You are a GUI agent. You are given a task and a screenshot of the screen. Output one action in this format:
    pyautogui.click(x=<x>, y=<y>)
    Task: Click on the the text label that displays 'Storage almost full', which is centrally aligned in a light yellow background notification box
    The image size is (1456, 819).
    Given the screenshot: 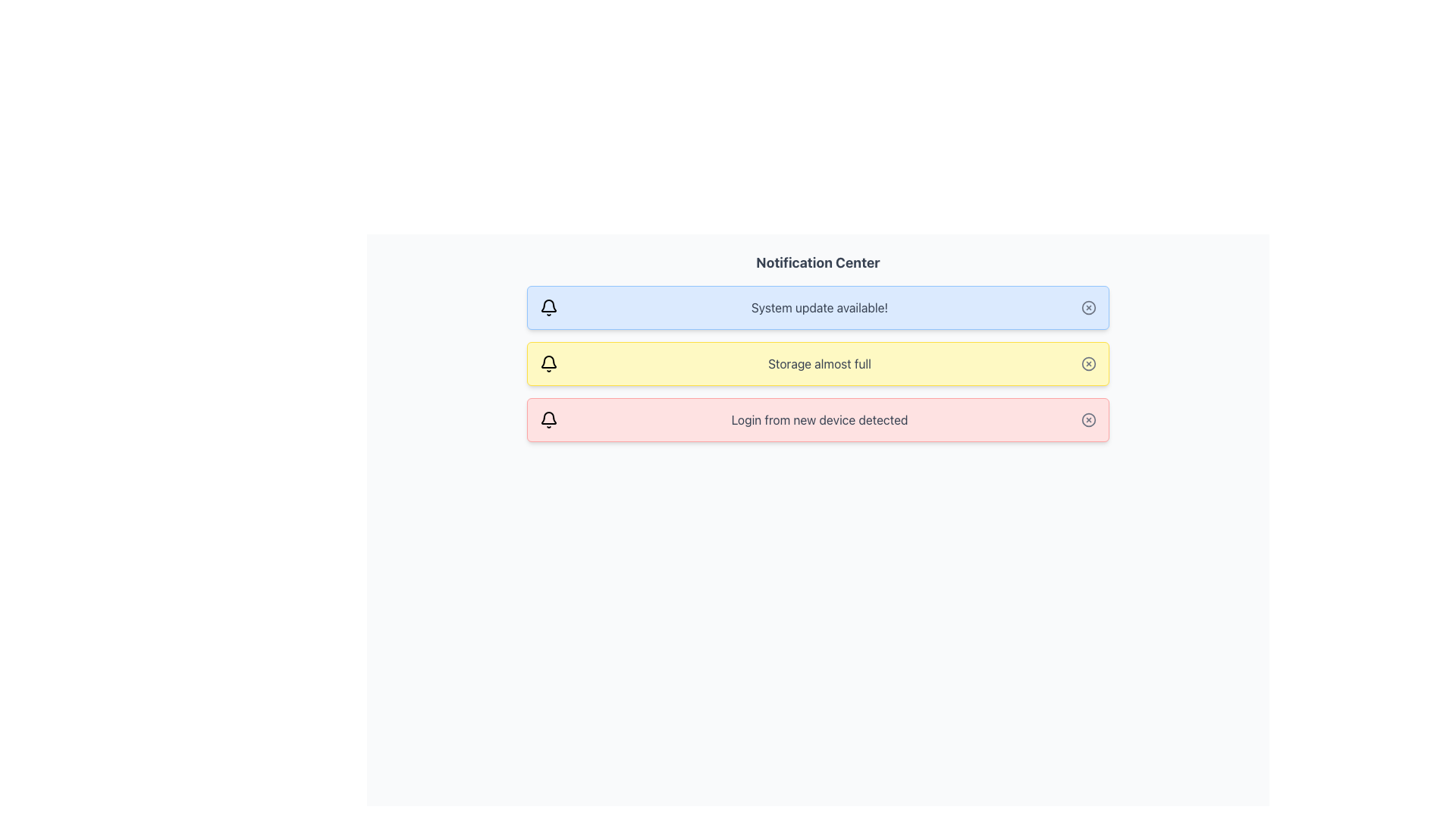 What is the action you would take?
    pyautogui.click(x=818, y=363)
    